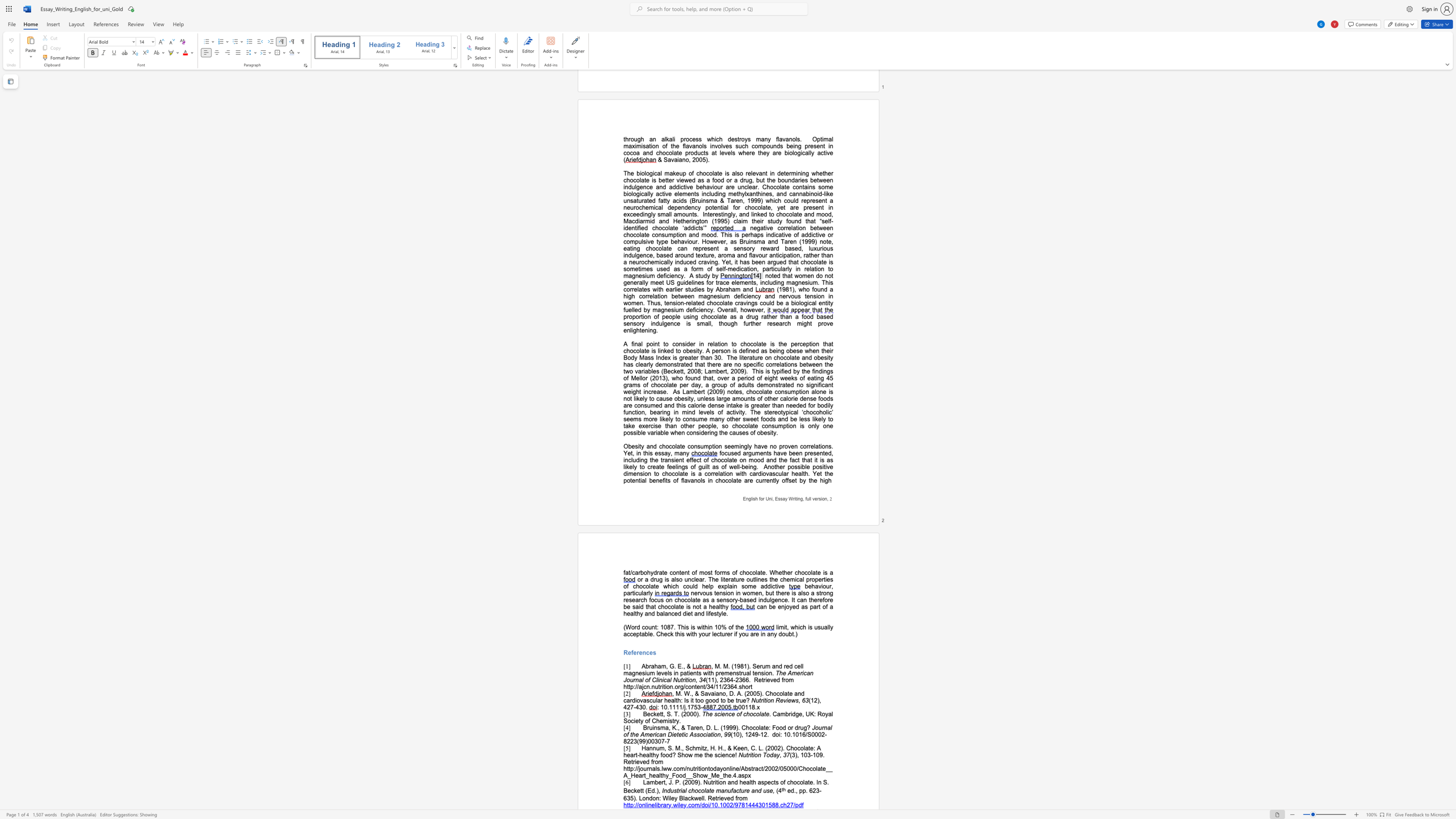 The height and width of the screenshot is (819, 1456). What do you see at coordinates (756, 693) in the screenshot?
I see `the subset text "5). Chocolate and cardiovascular hea" within the text ", M. W., & Savaiano, D. A. (2005). Chocolate and cardiovascular health: Is it too good to be true?"` at bounding box center [756, 693].